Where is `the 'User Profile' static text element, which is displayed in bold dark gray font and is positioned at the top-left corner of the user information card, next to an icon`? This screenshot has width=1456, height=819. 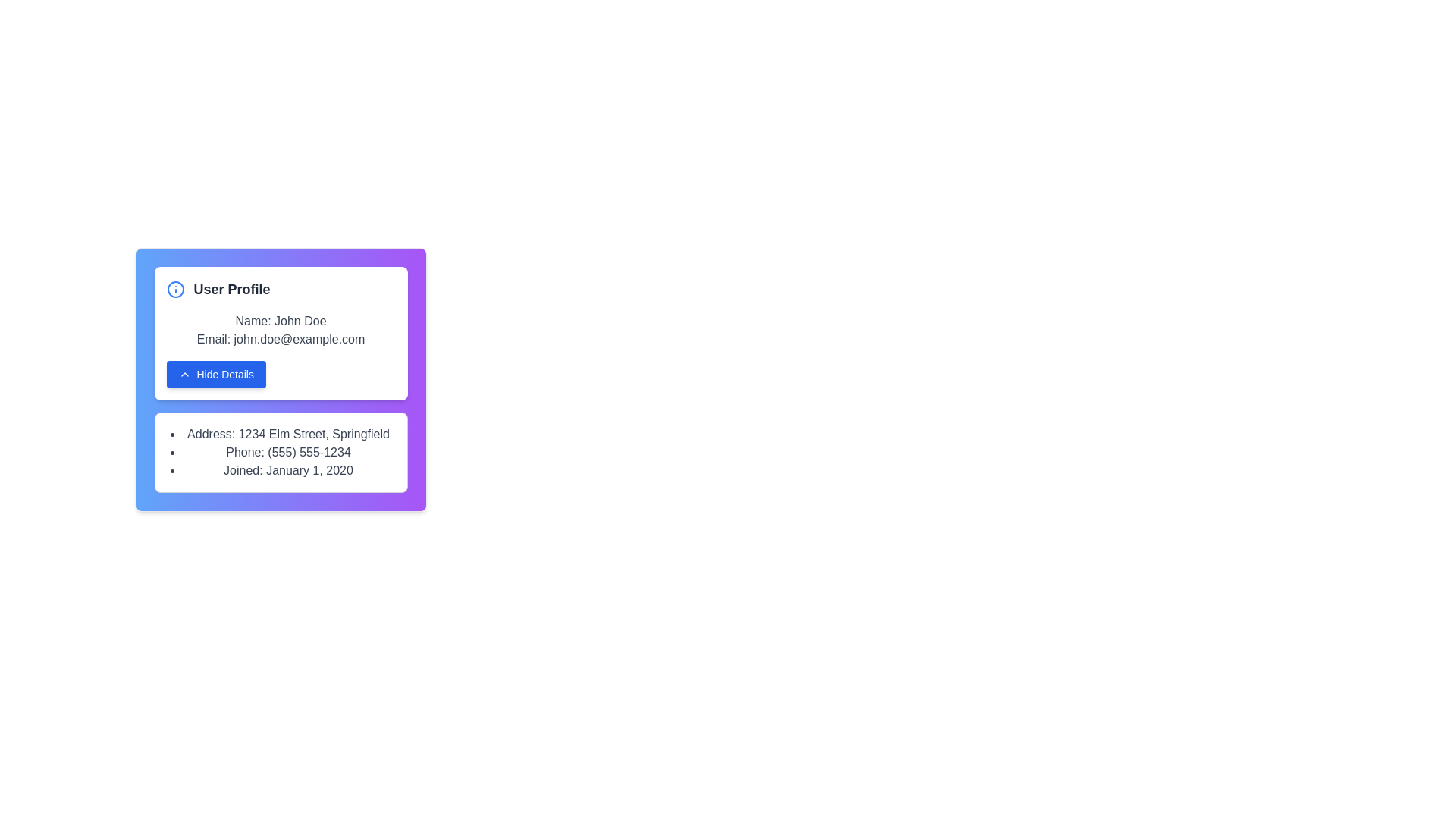
the 'User Profile' static text element, which is displayed in bold dark gray font and is positioned at the top-left corner of the user information card, next to an icon is located at coordinates (231, 289).